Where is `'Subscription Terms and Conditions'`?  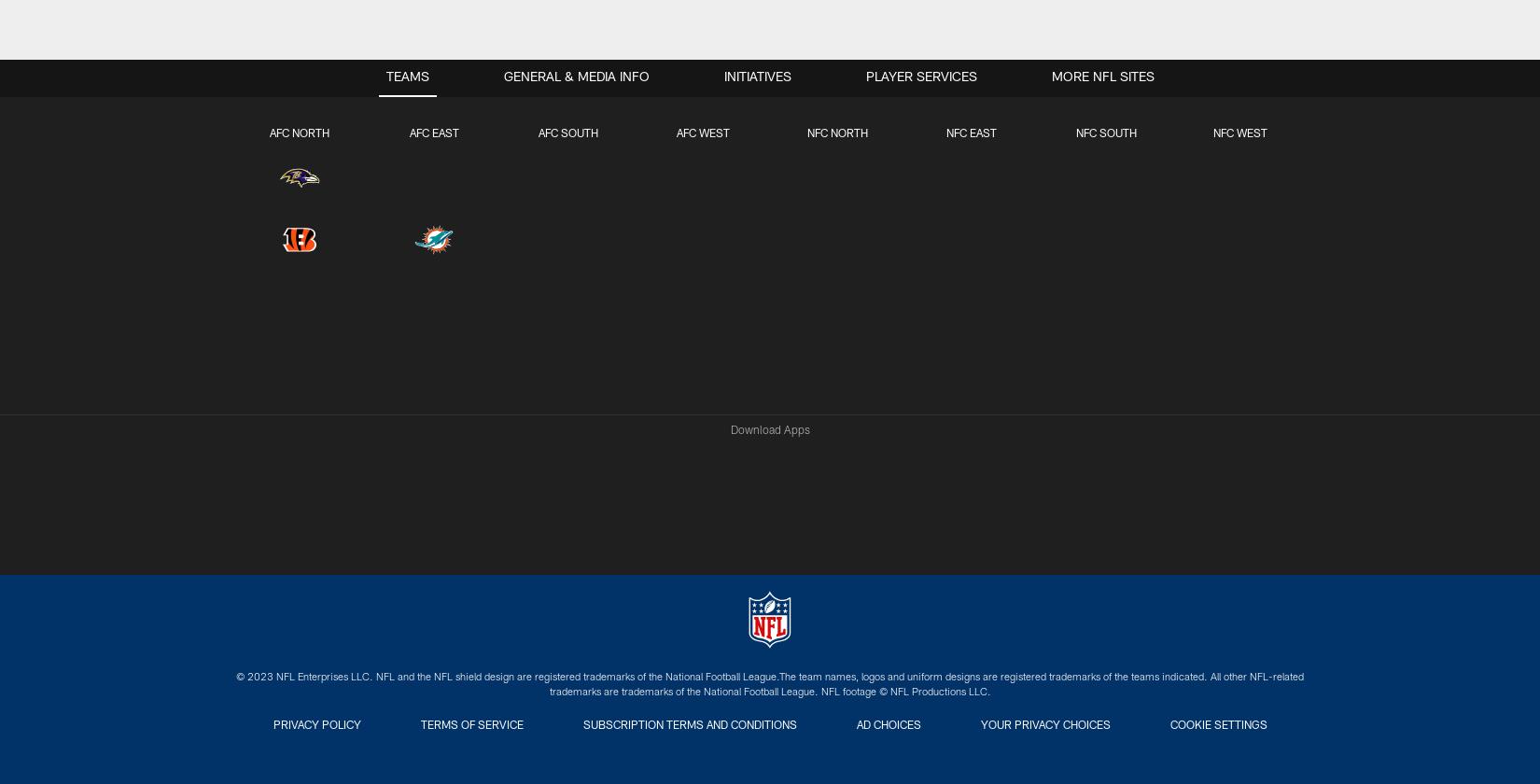 'Subscription Terms and Conditions' is located at coordinates (688, 726).